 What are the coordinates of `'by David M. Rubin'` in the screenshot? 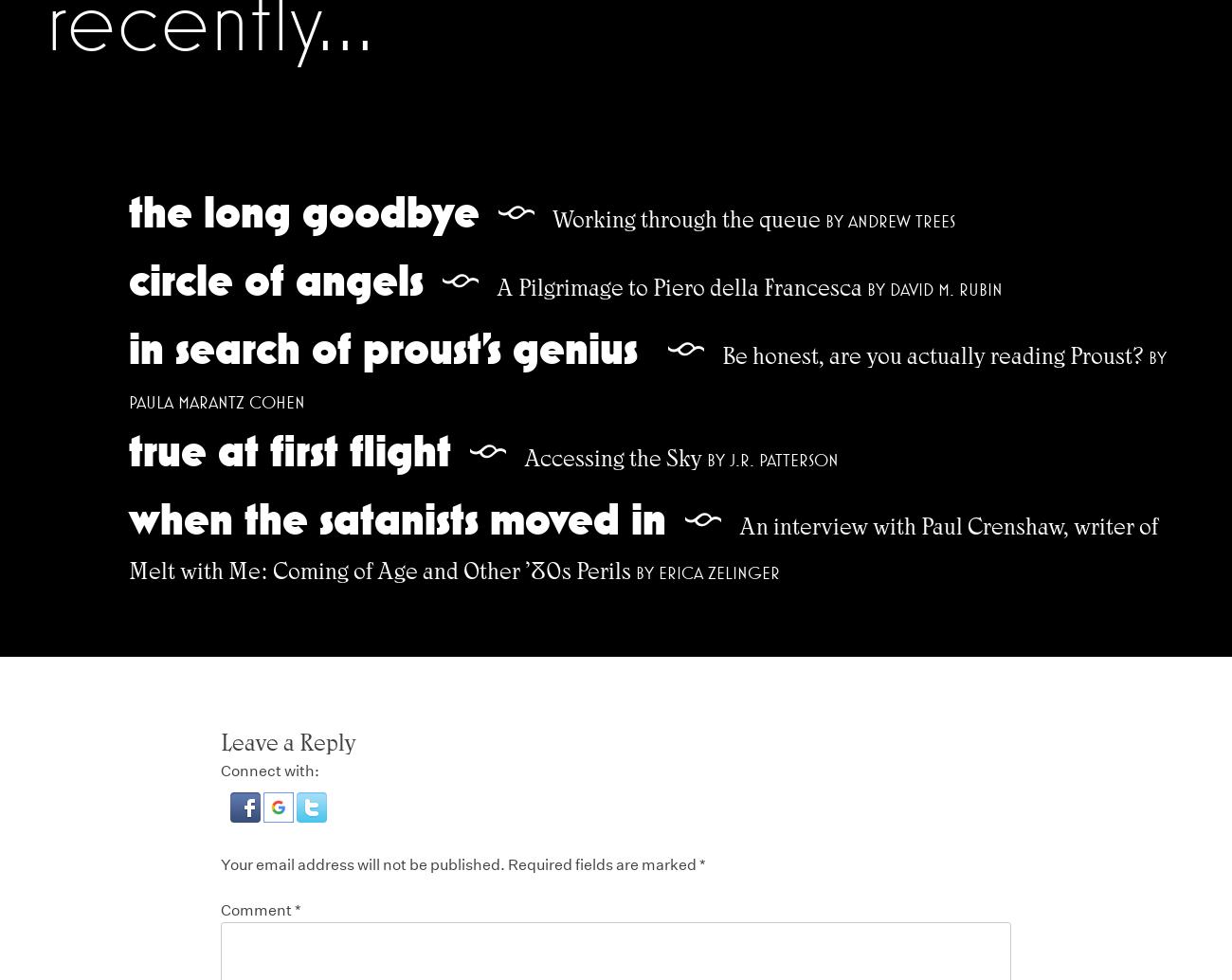 It's located at (933, 287).